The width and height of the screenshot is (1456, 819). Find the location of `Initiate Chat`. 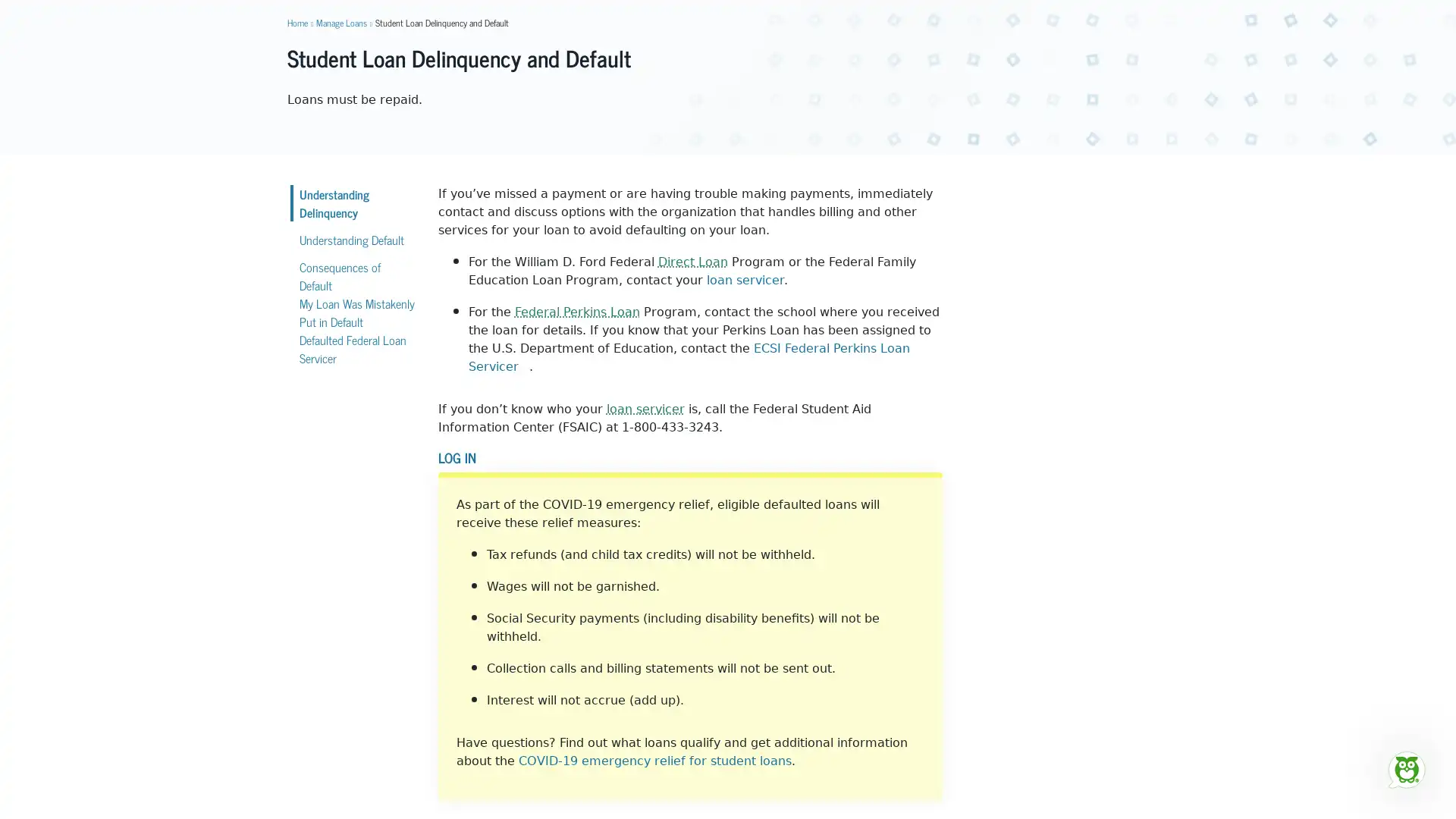

Initiate Chat is located at coordinates (1405, 769).